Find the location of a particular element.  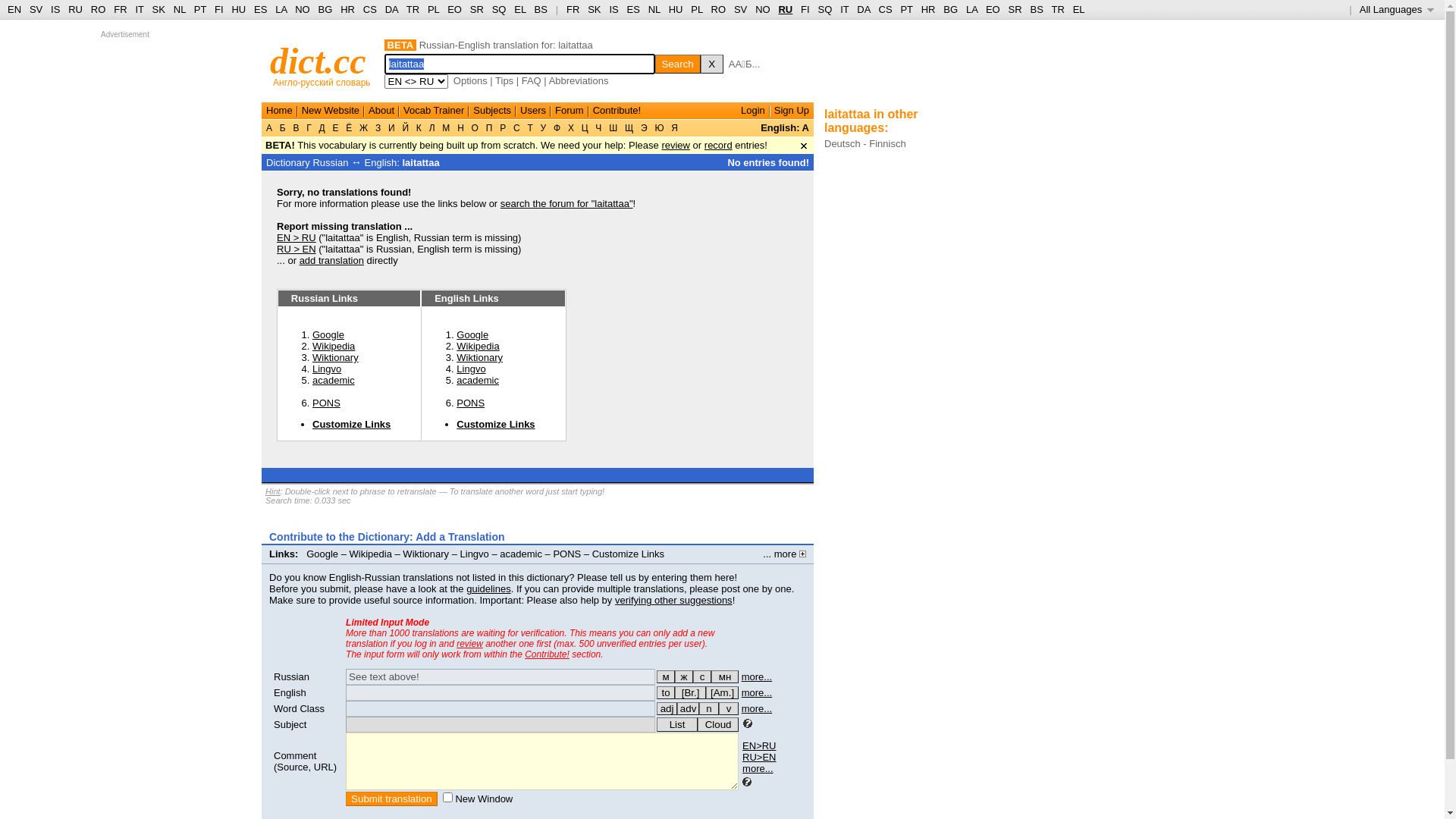

'List' is located at coordinates (676, 723).